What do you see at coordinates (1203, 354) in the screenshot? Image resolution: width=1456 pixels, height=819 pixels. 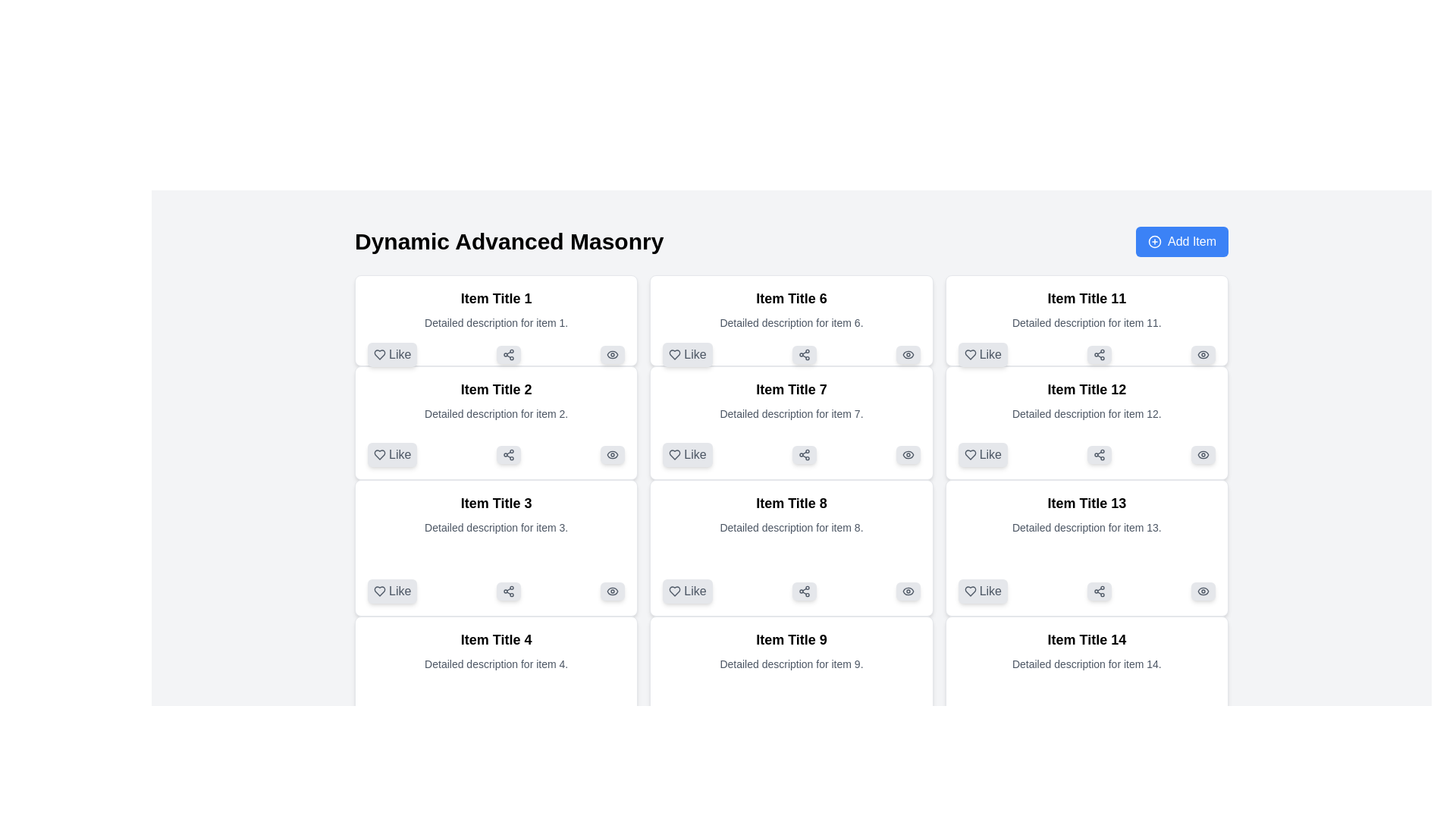 I see `the elliptical visibility icon located at the top-right corner of the 'Item Title 11' box, next to the heart and share icons` at bounding box center [1203, 354].